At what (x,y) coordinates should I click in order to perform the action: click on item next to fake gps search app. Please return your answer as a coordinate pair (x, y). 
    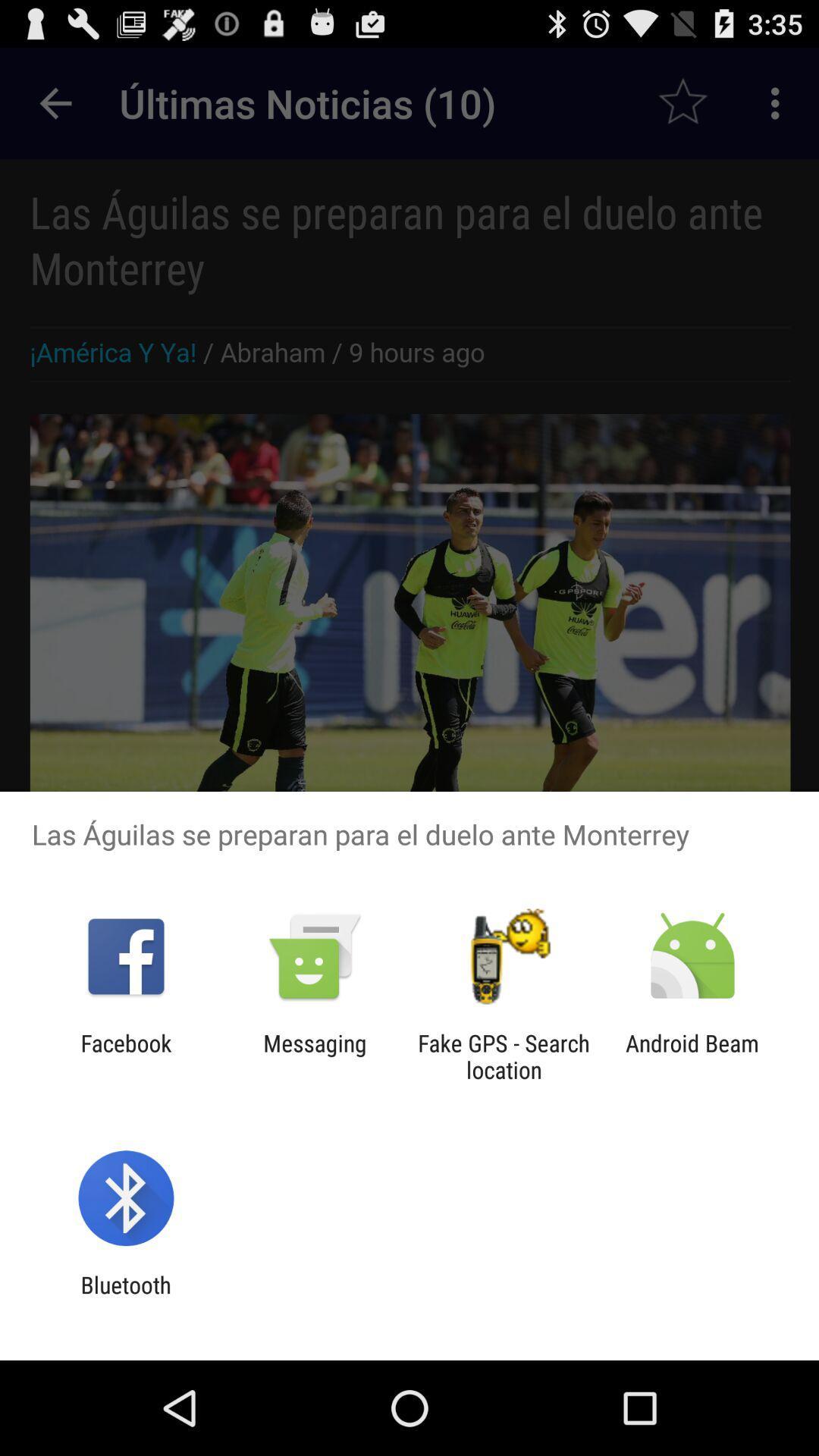
    Looking at the image, I should click on (314, 1056).